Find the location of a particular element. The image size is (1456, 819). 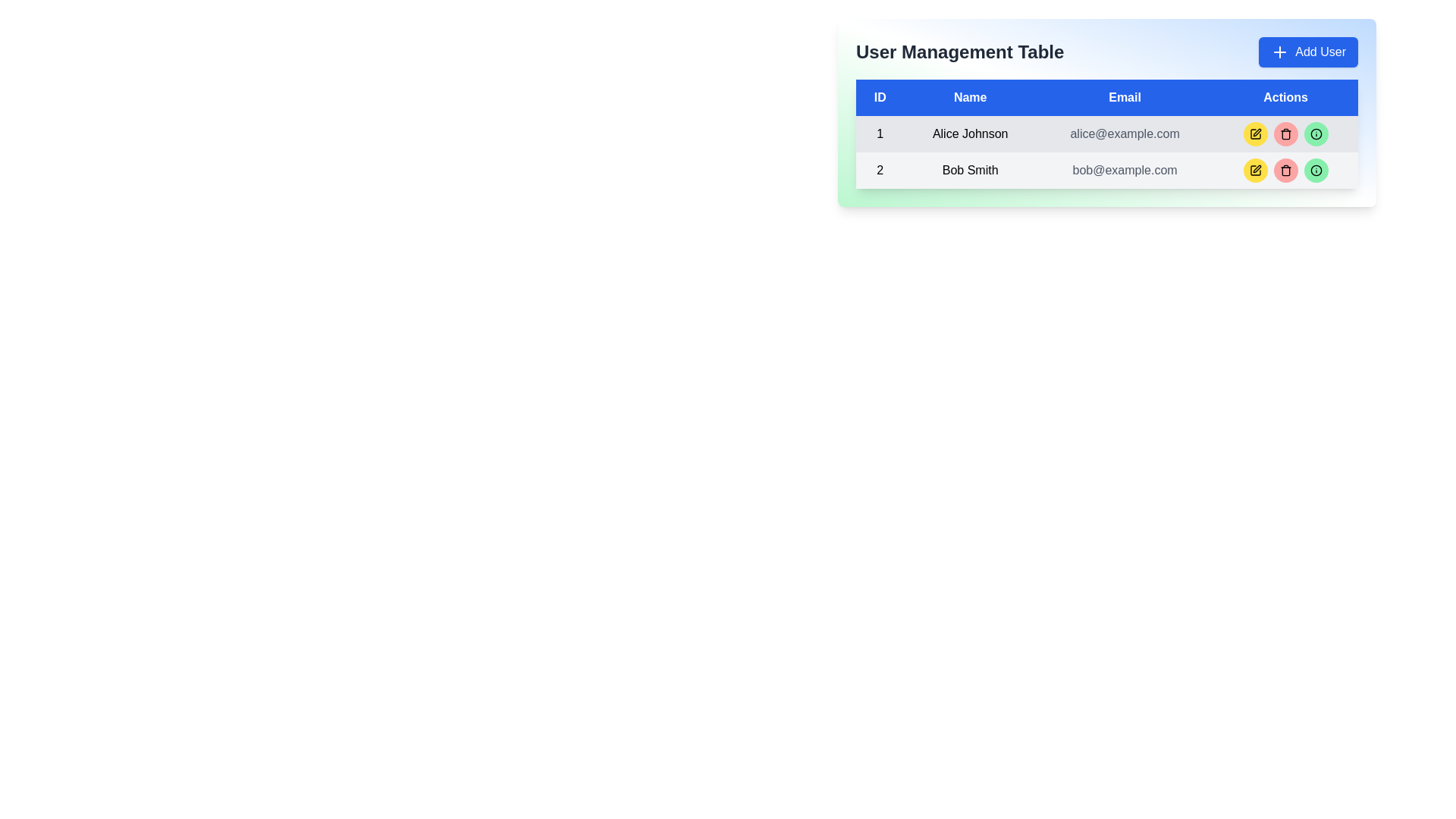

the rectangular shape representing the main body of the trash bin icon within the SVG for user 'Bob Smith' is located at coordinates (1285, 171).